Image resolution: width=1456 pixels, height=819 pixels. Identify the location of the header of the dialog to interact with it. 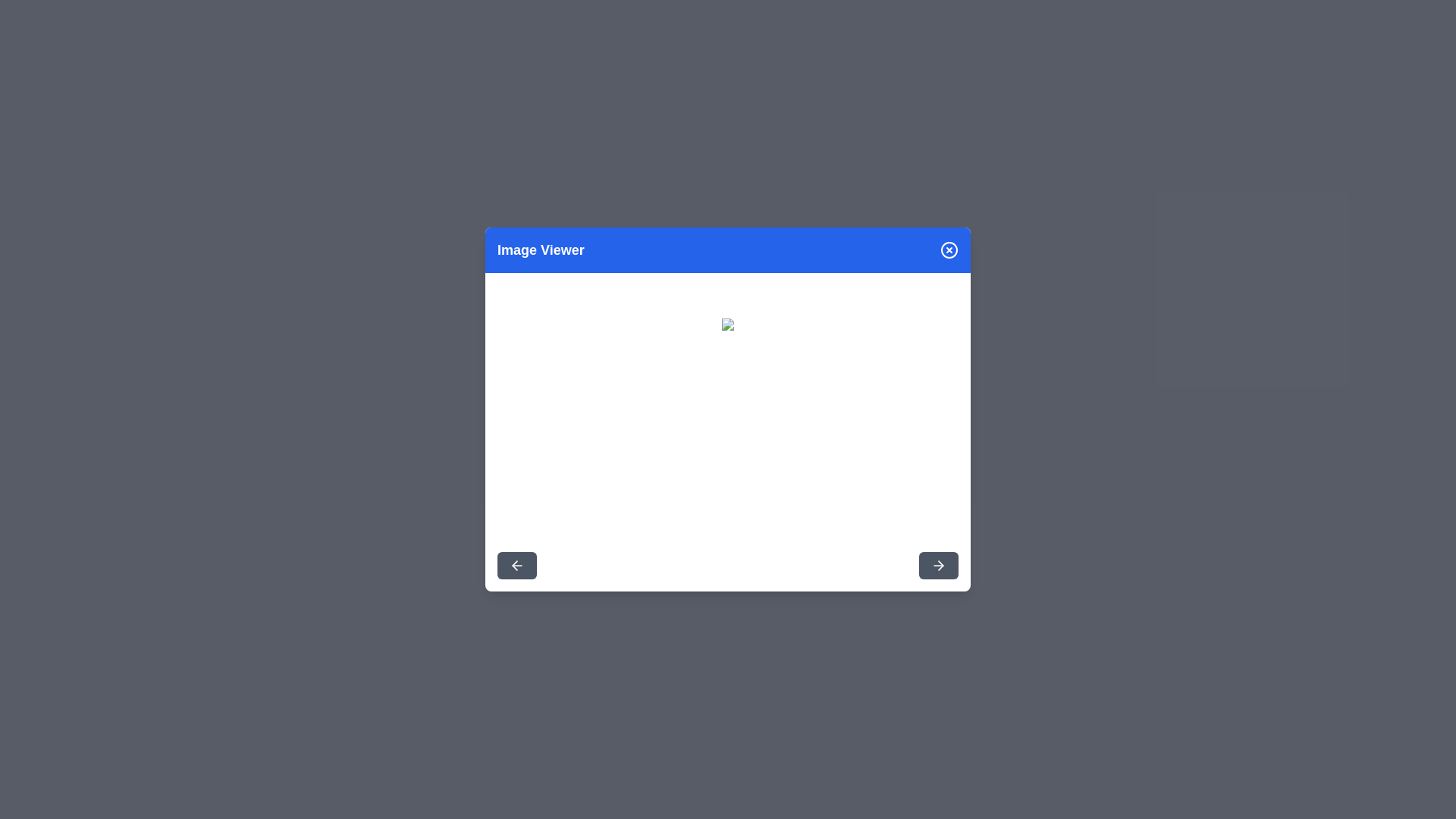
(728, 249).